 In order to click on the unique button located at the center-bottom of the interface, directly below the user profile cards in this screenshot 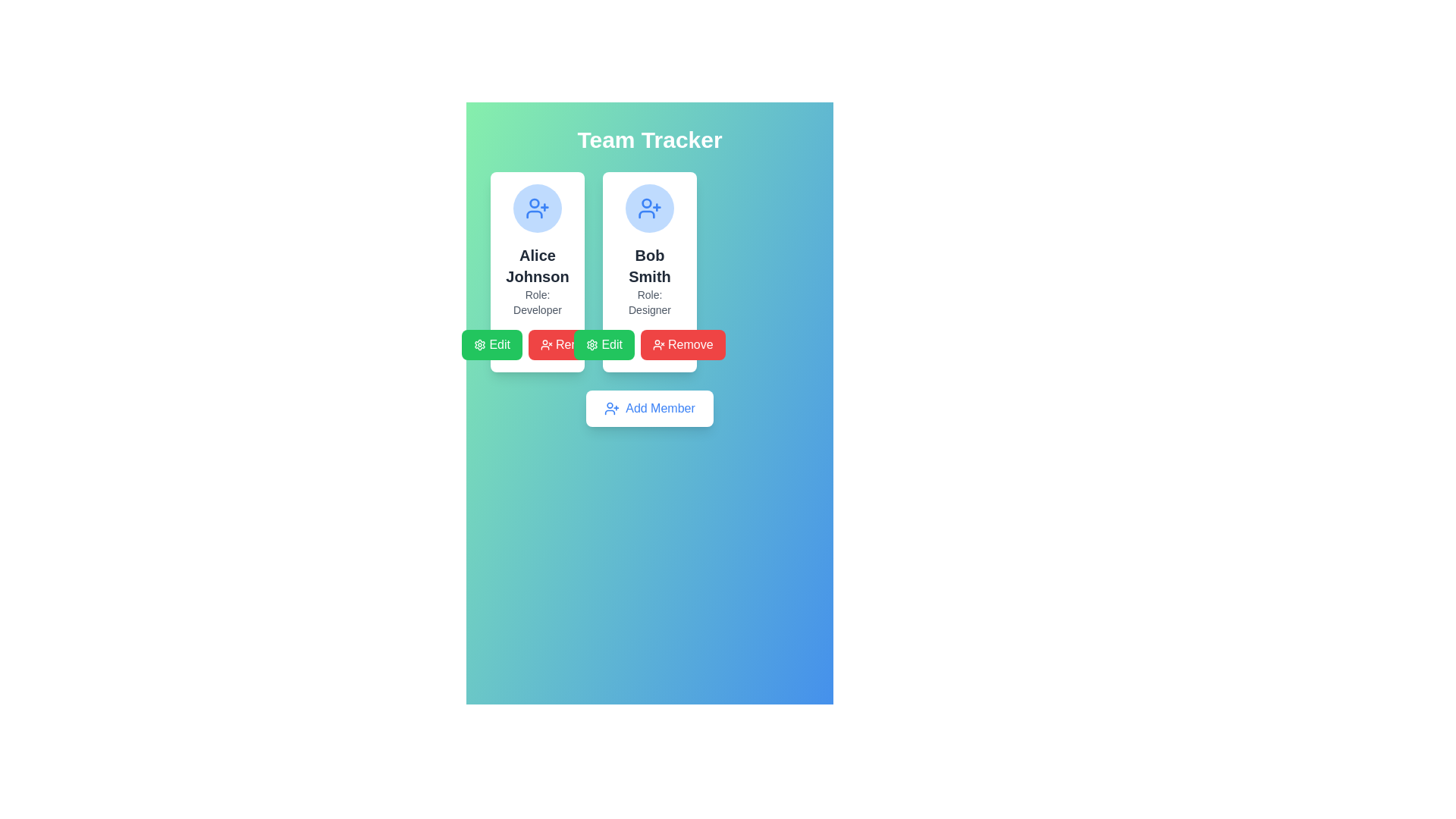, I will do `click(650, 408)`.